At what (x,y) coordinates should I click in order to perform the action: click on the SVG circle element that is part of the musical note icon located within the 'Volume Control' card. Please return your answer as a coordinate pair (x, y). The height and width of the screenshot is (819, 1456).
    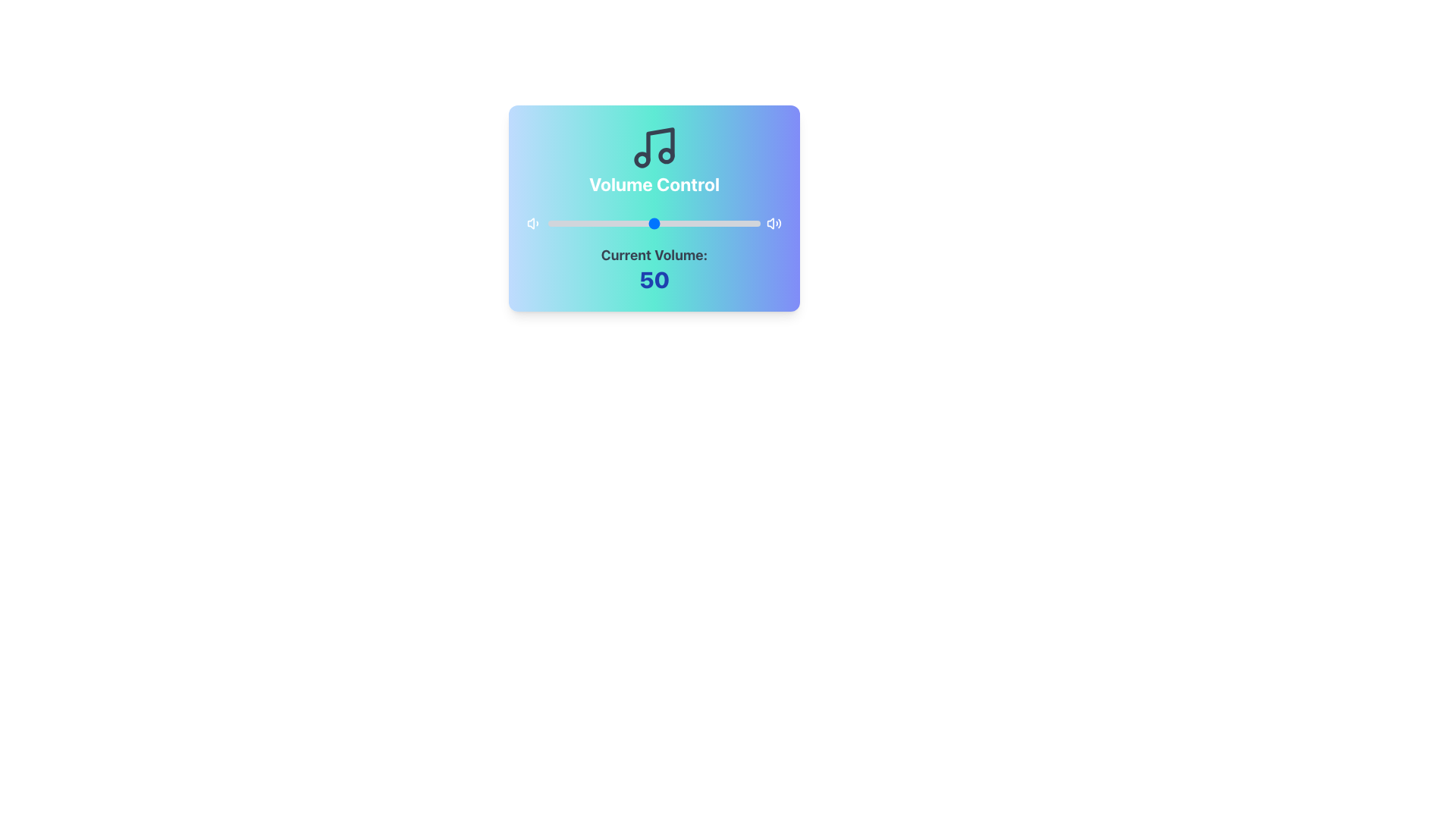
    Looking at the image, I should click on (666, 155).